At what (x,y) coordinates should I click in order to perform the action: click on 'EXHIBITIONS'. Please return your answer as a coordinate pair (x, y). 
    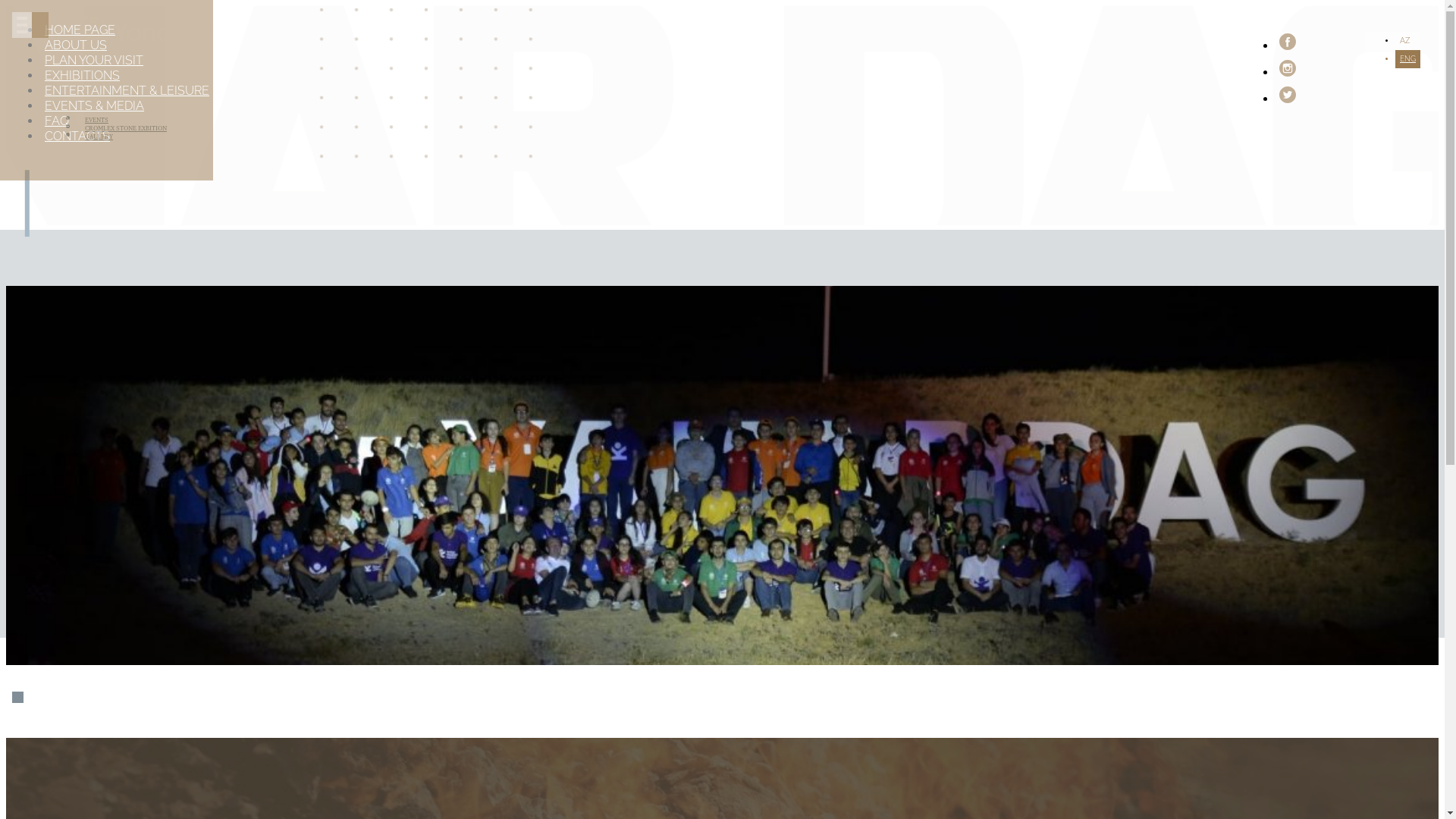
    Looking at the image, I should click on (44, 75).